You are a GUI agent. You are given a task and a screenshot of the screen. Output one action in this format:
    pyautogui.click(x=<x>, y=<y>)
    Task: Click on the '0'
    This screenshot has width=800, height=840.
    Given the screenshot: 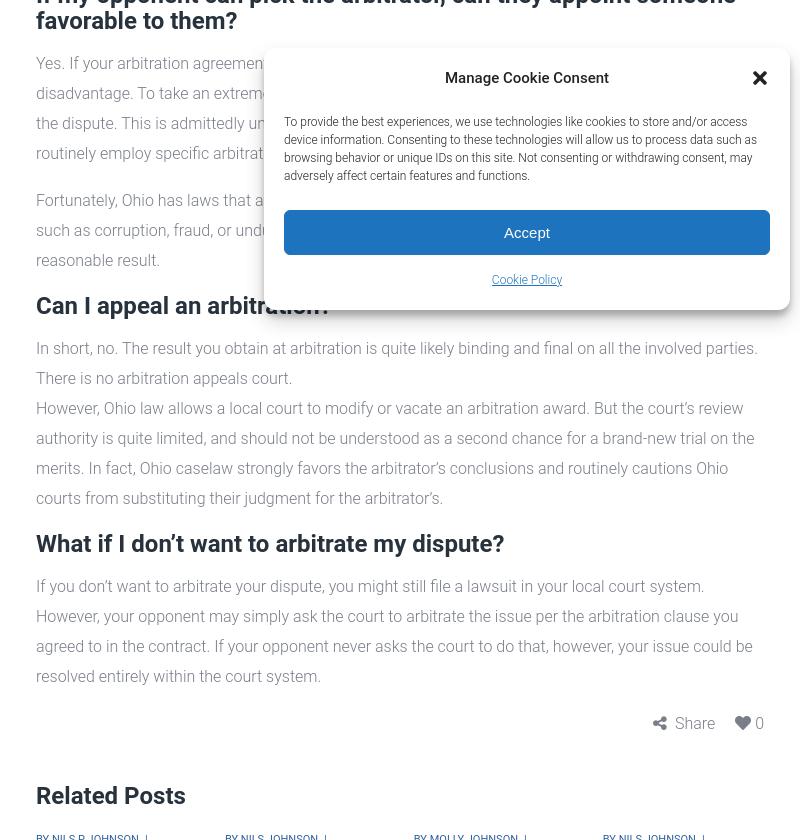 What is the action you would take?
    pyautogui.click(x=759, y=723)
    